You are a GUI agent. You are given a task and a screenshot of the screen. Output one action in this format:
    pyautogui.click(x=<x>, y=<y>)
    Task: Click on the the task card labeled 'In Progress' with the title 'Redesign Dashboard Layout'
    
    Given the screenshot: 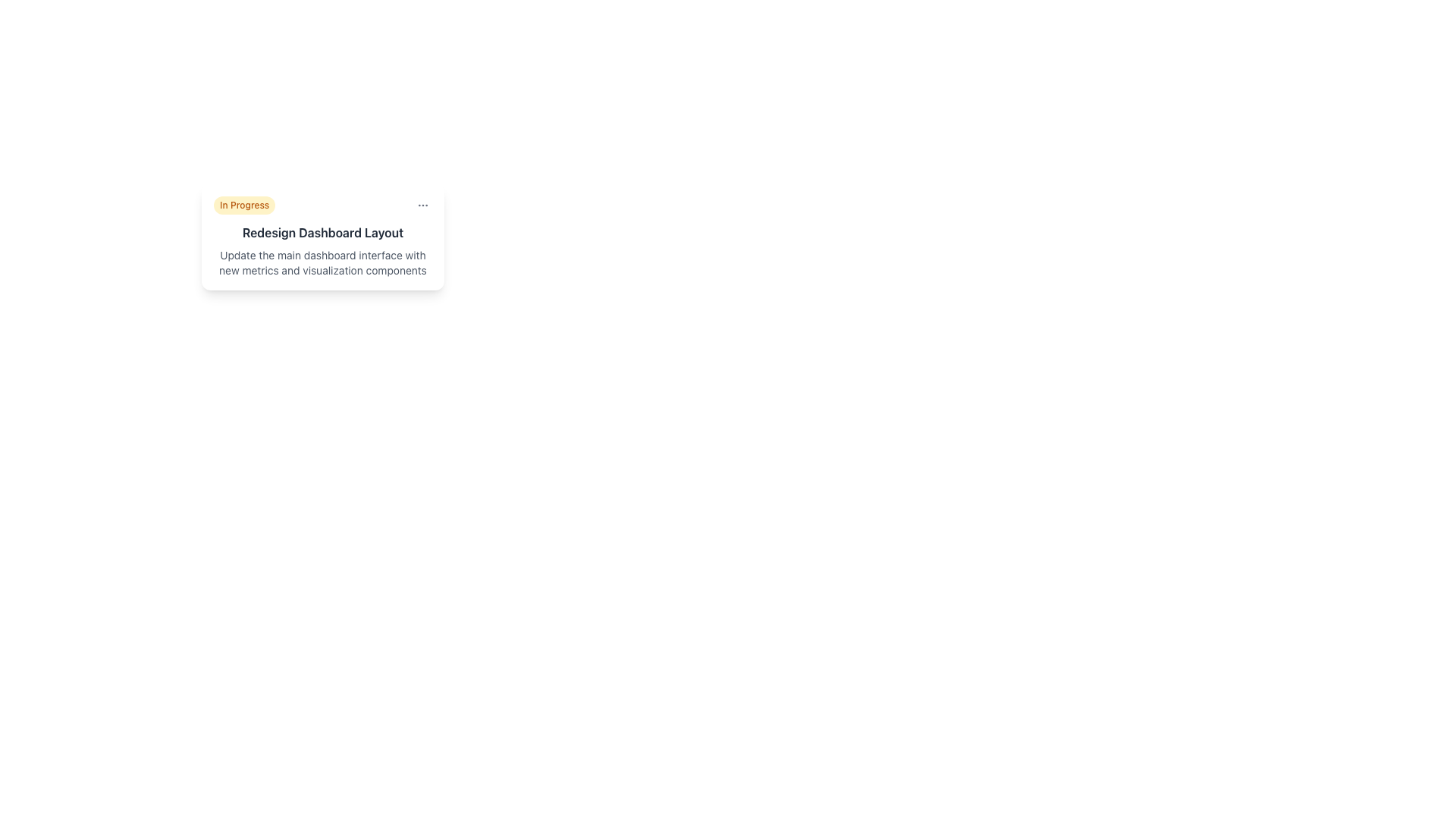 What is the action you would take?
    pyautogui.click(x=322, y=237)
    